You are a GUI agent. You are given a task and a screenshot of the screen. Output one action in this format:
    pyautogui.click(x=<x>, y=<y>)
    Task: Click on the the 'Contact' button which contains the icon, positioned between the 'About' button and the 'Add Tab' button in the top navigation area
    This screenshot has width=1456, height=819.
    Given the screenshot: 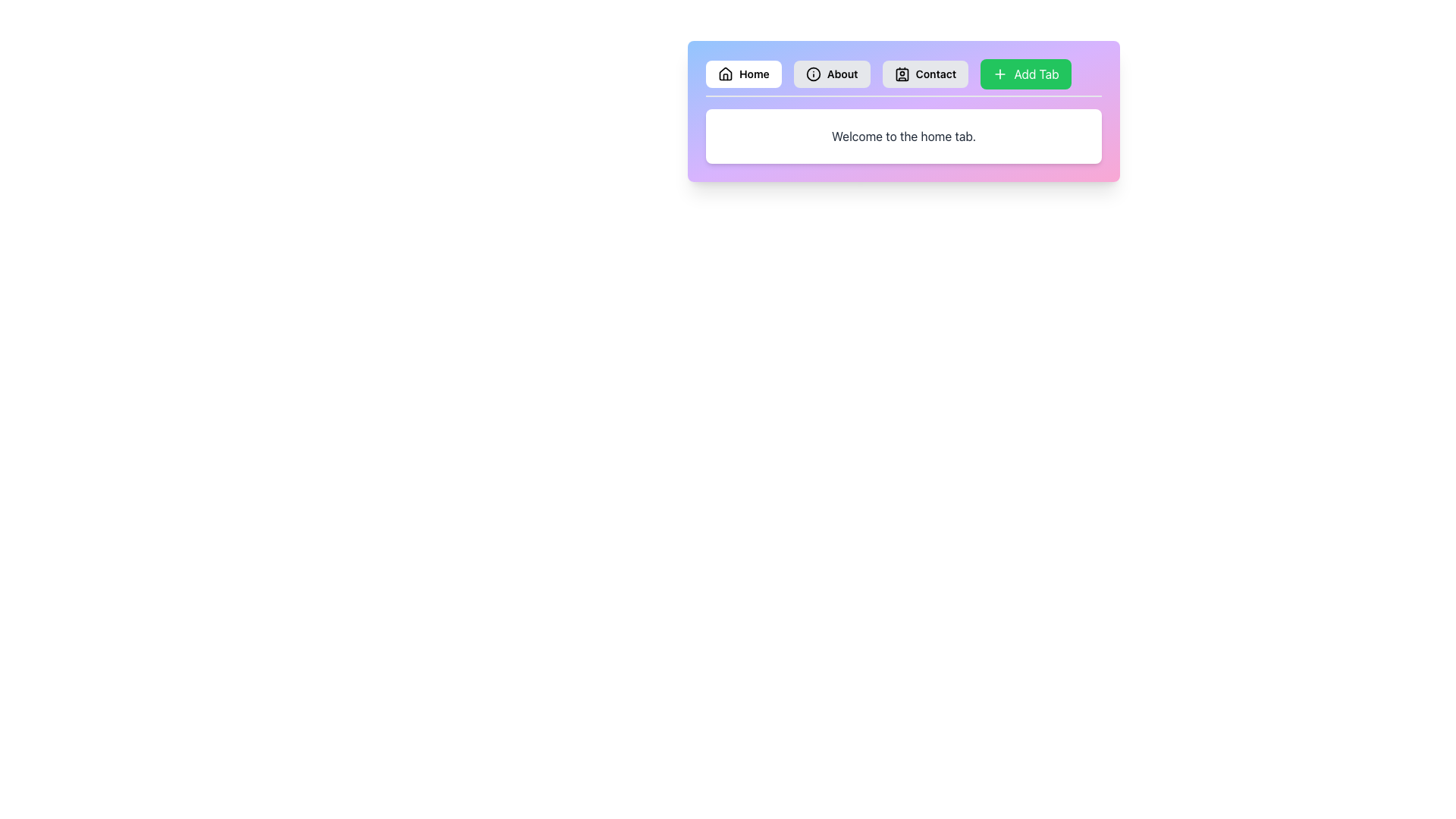 What is the action you would take?
    pyautogui.click(x=902, y=74)
    